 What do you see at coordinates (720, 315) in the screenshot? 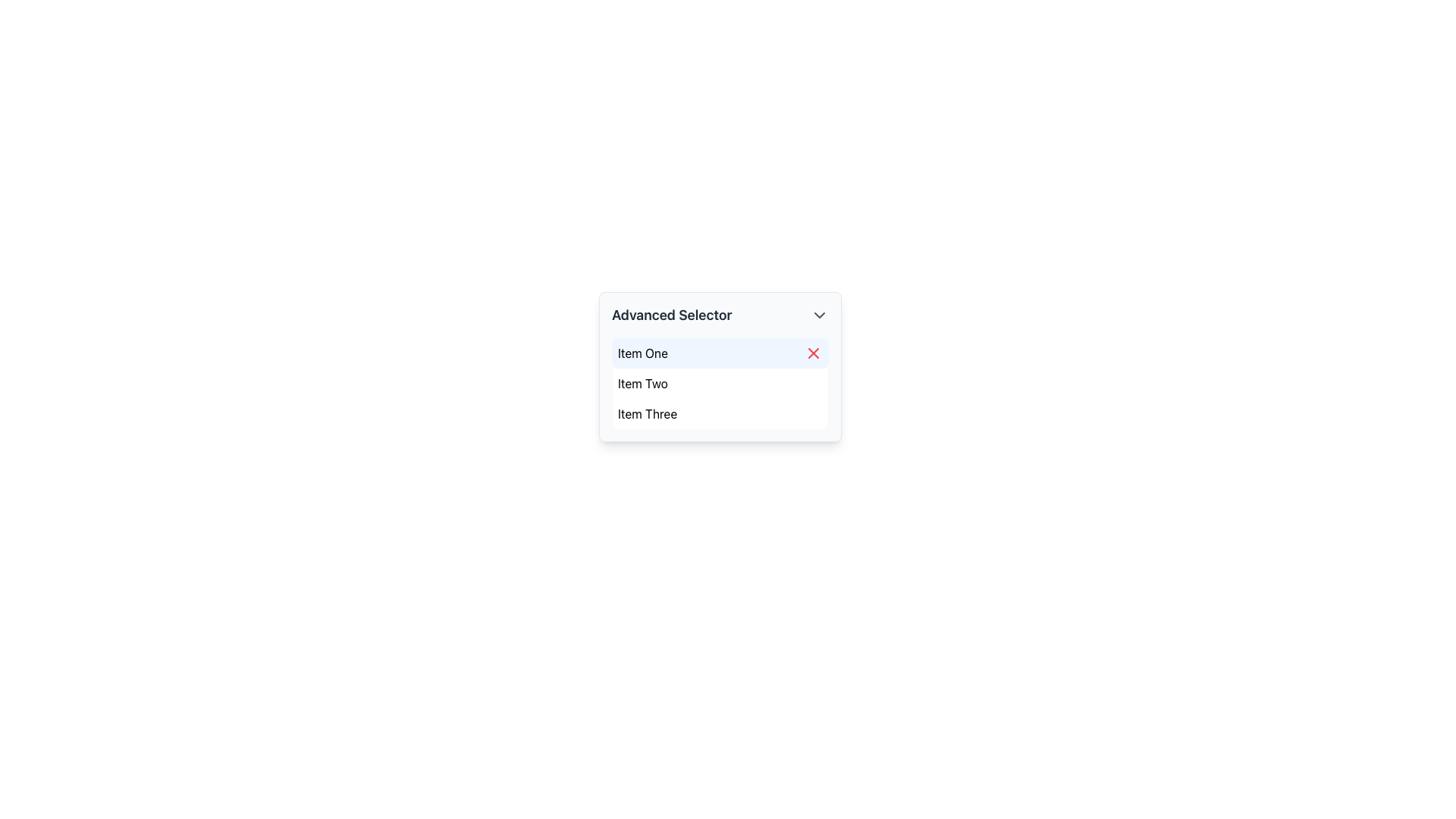
I see `the 'Advanced Selector' dropdown header to interact with it` at bounding box center [720, 315].